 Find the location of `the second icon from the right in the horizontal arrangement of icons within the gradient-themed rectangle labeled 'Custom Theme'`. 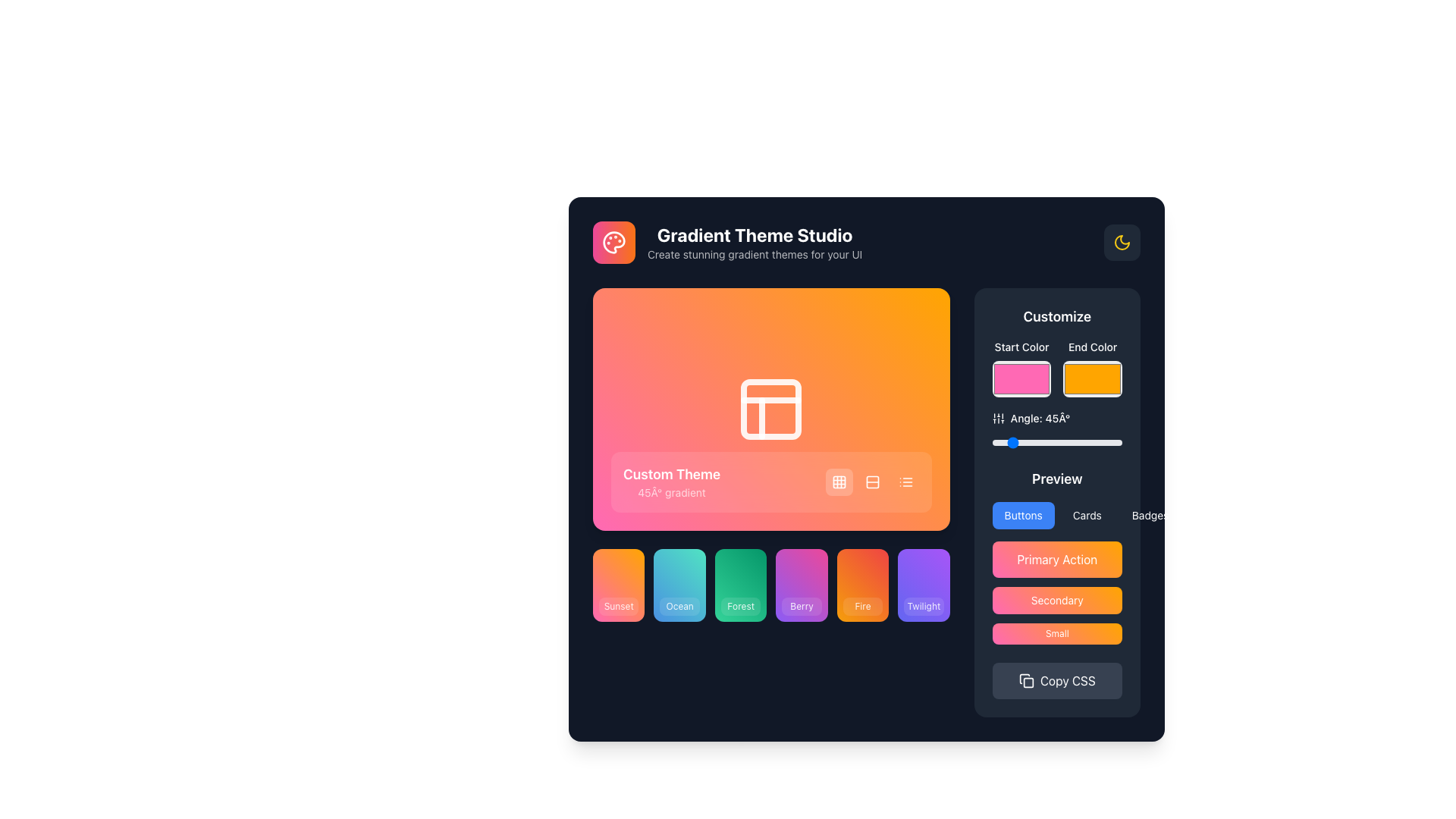

the second icon from the right in the horizontal arrangement of icons within the gradient-themed rectangle labeled 'Custom Theme' is located at coordinates (872, 482).